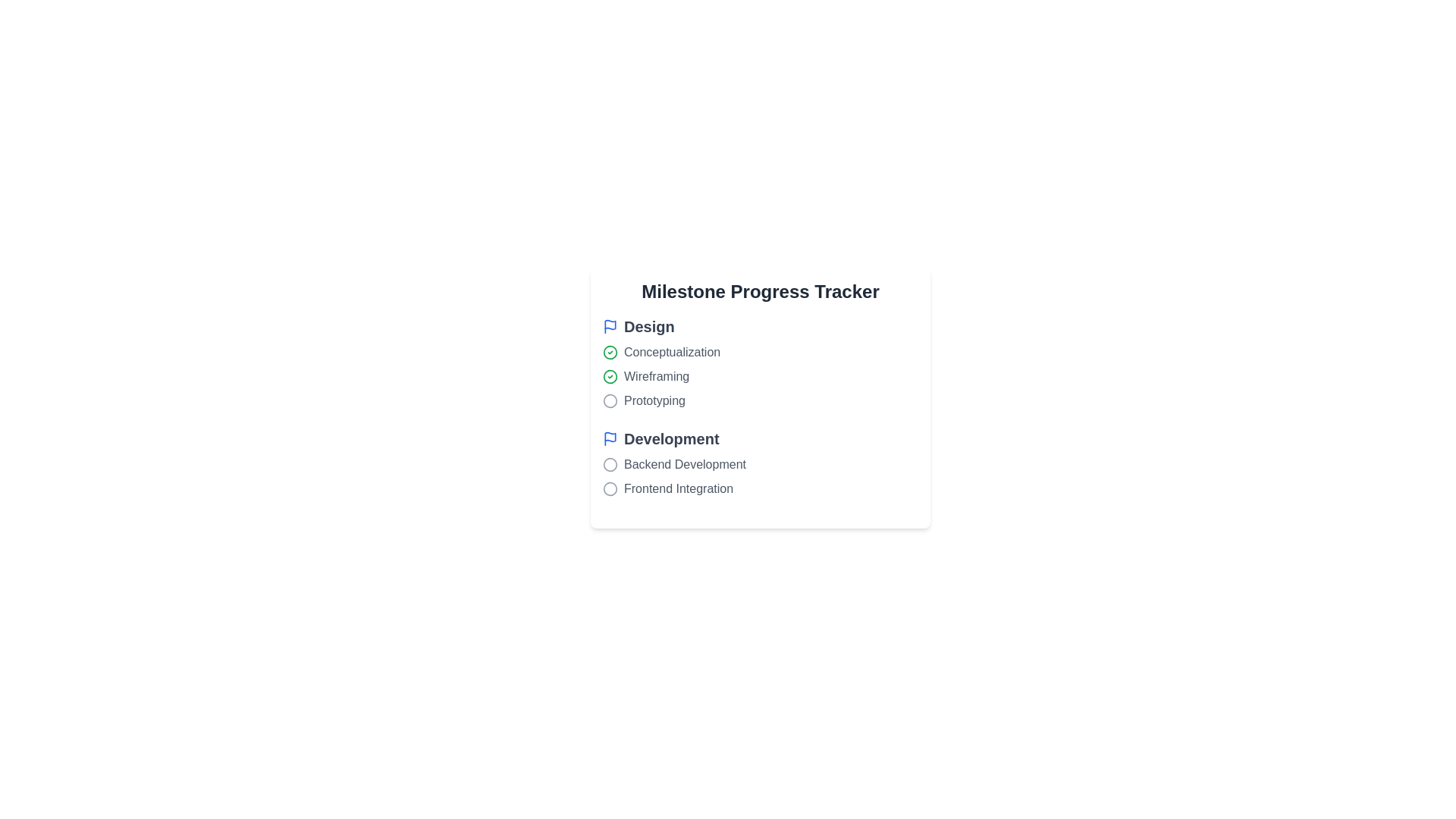 The image size is (1456, 819). What do you see at coordinates (610, 353) in the screenshot?
I see `the completion icon indicating that the 'Conceptualization' task has been completed to associate its status with the task` at bounding box center [610, 353].